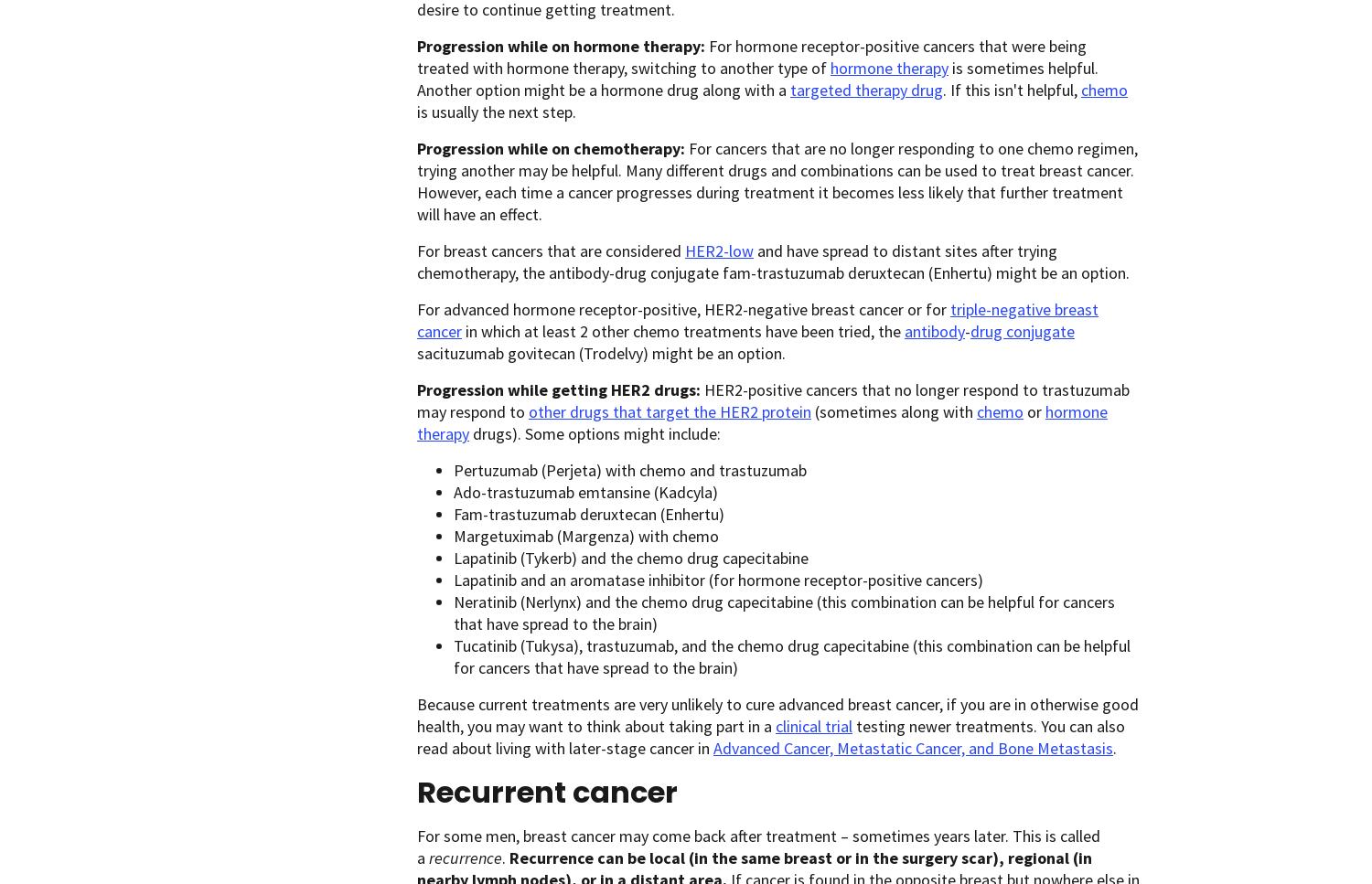 This screenshot has width=1372, height=884. I want to click on 'HER2-low', so click(719, 250).